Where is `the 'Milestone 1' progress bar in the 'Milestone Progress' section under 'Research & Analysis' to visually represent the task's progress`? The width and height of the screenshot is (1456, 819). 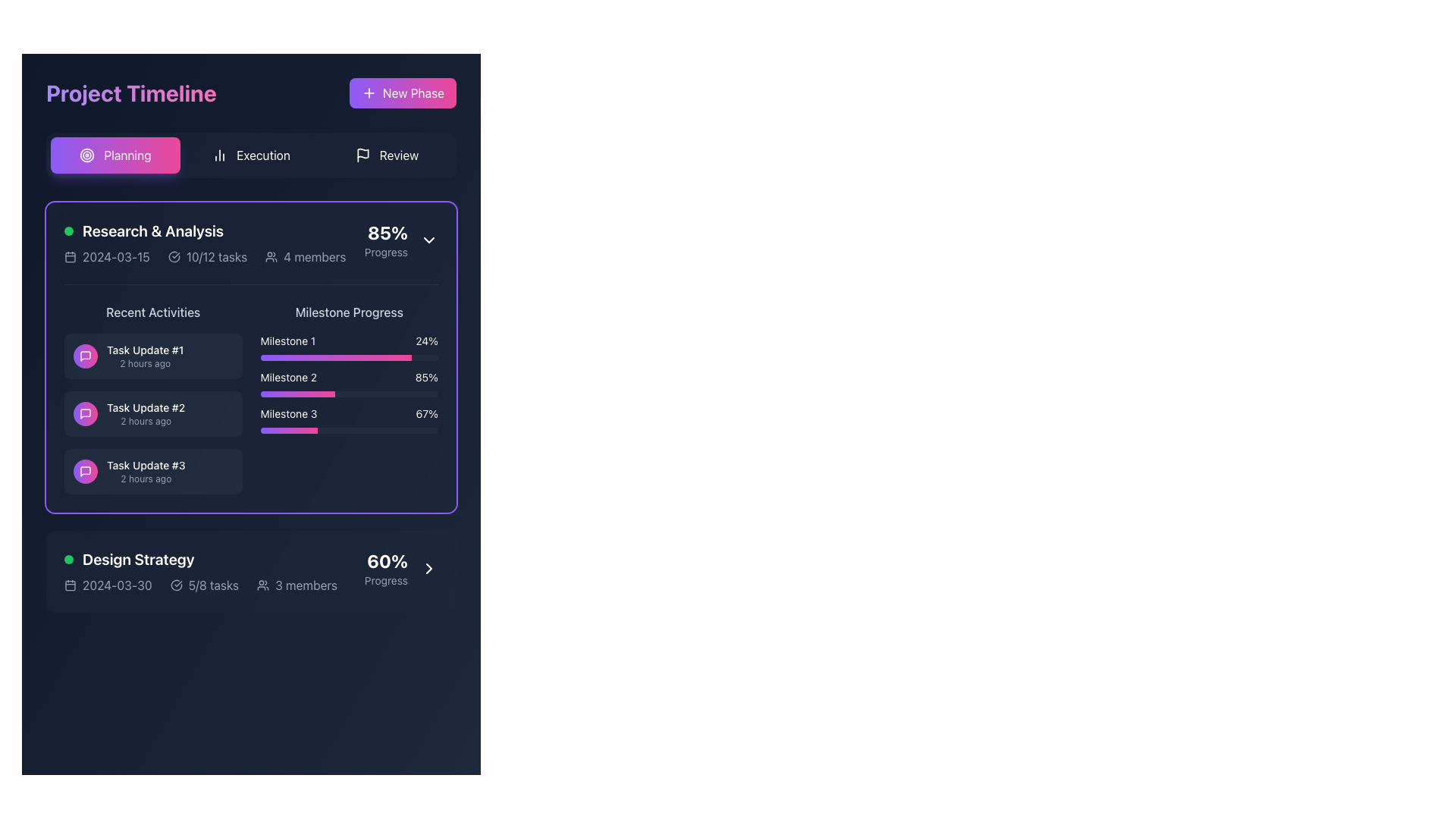 the 'Milestone 1' progress bar in the 'Milestone Progress' section under 'Research & Analysis' to visually represent the task's progress is located at coordinates (348, 347).